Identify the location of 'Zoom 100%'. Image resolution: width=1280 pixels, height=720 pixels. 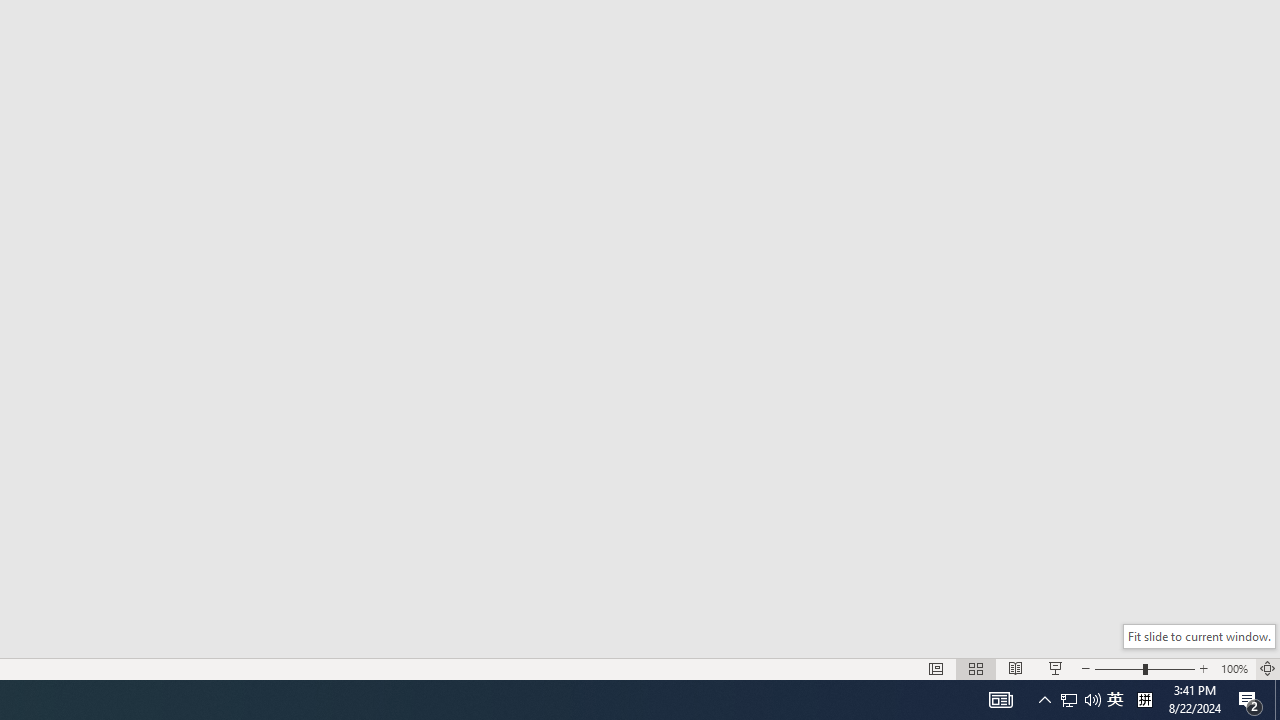
(1233, 669).